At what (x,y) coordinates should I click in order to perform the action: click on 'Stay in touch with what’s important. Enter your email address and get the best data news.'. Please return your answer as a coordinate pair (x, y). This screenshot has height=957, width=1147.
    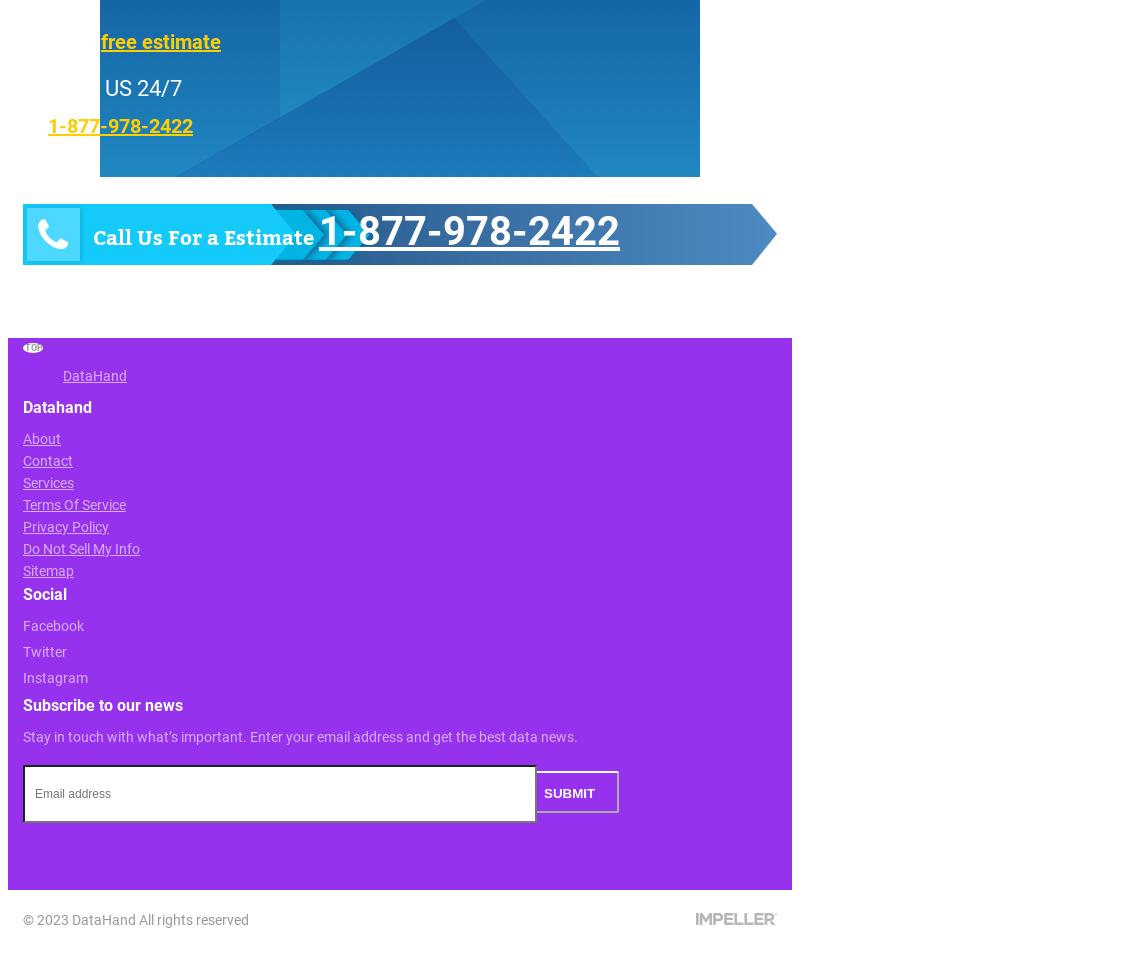
    Looking at the image, I should click on (300, 736).